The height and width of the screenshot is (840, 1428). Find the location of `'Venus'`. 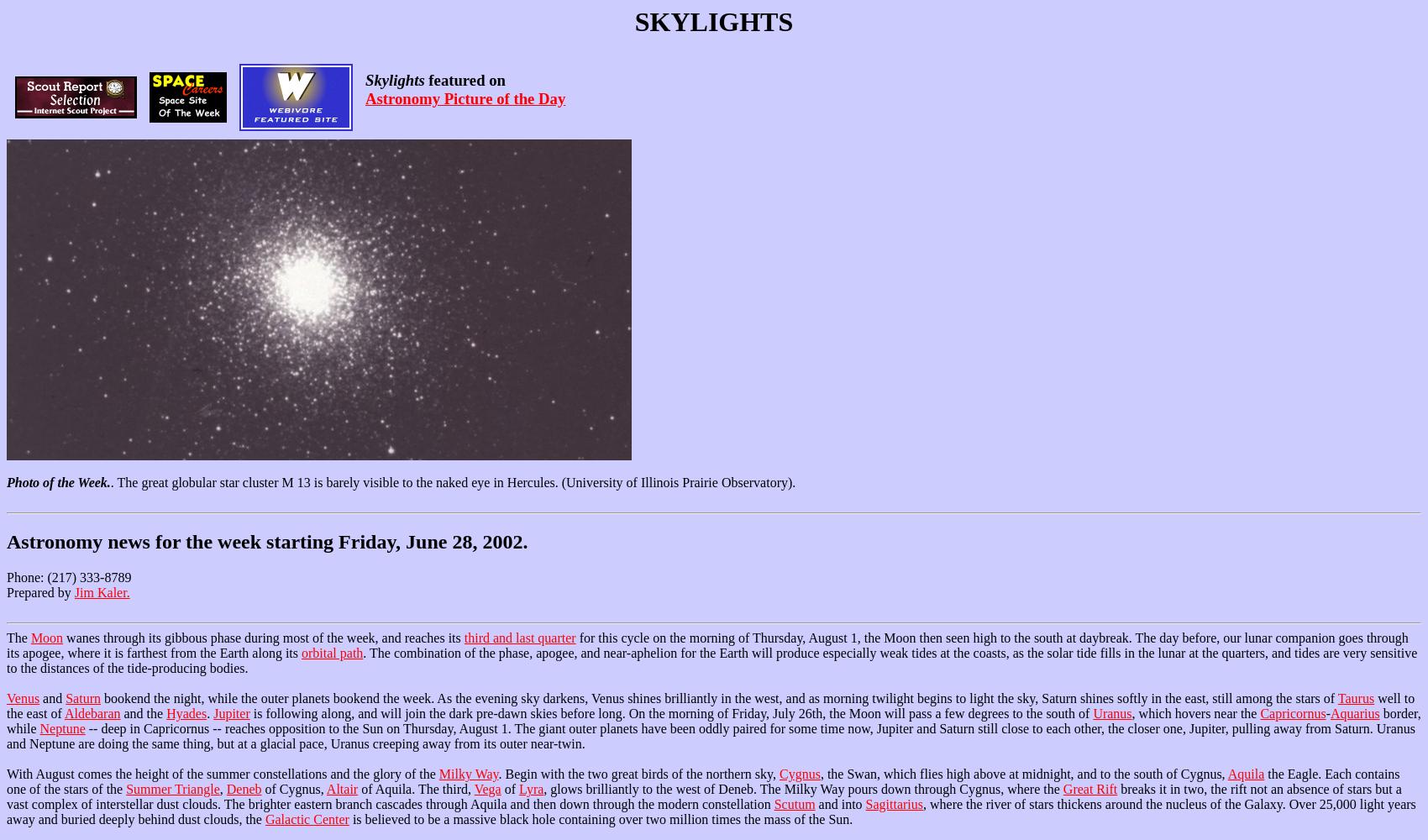

'Venus' is located at coordinates (6, 697).